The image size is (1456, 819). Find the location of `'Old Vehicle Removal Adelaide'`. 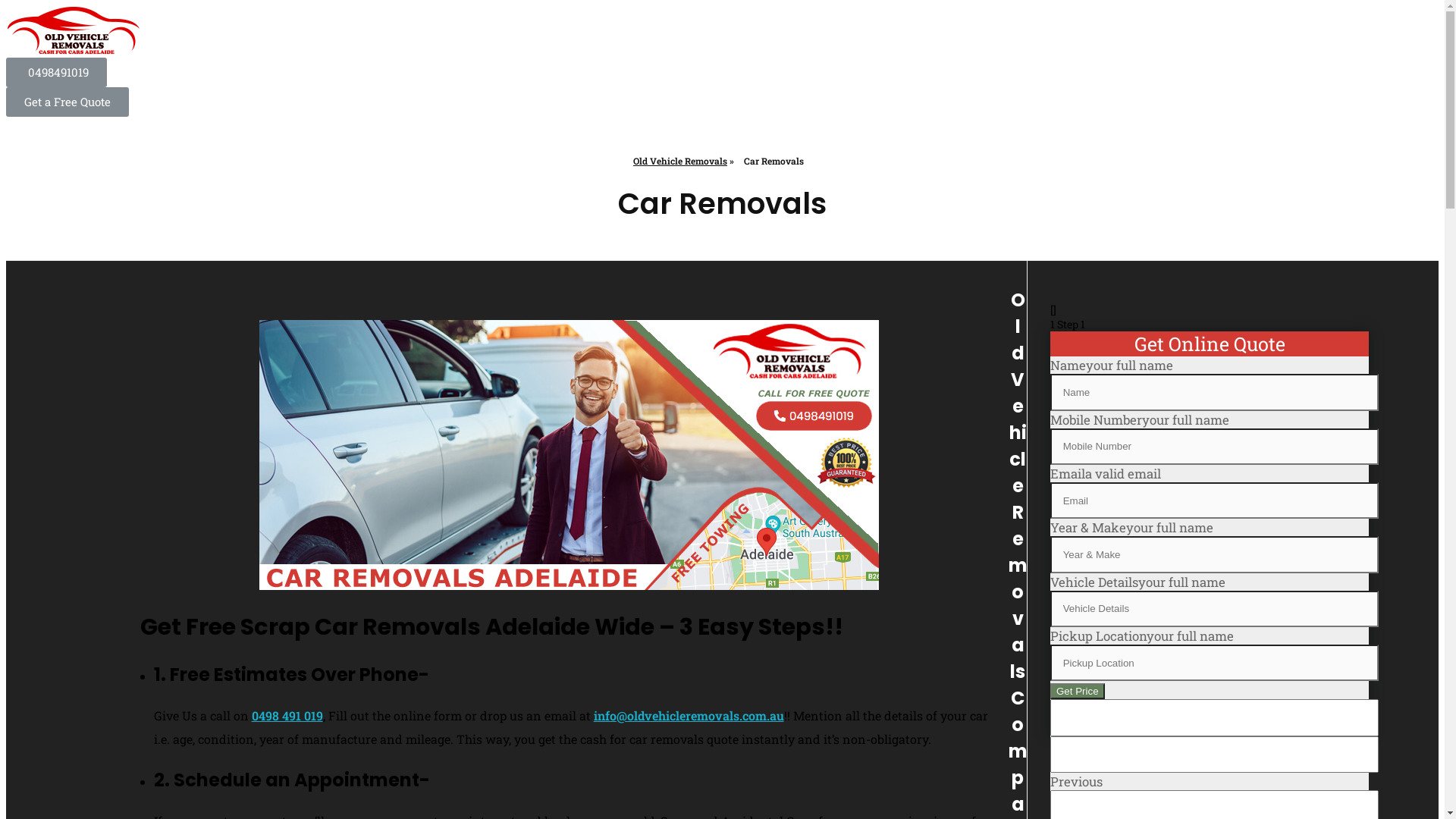

'Old Vehicle Removal Adelaide' is located at coordinates (73, 32).